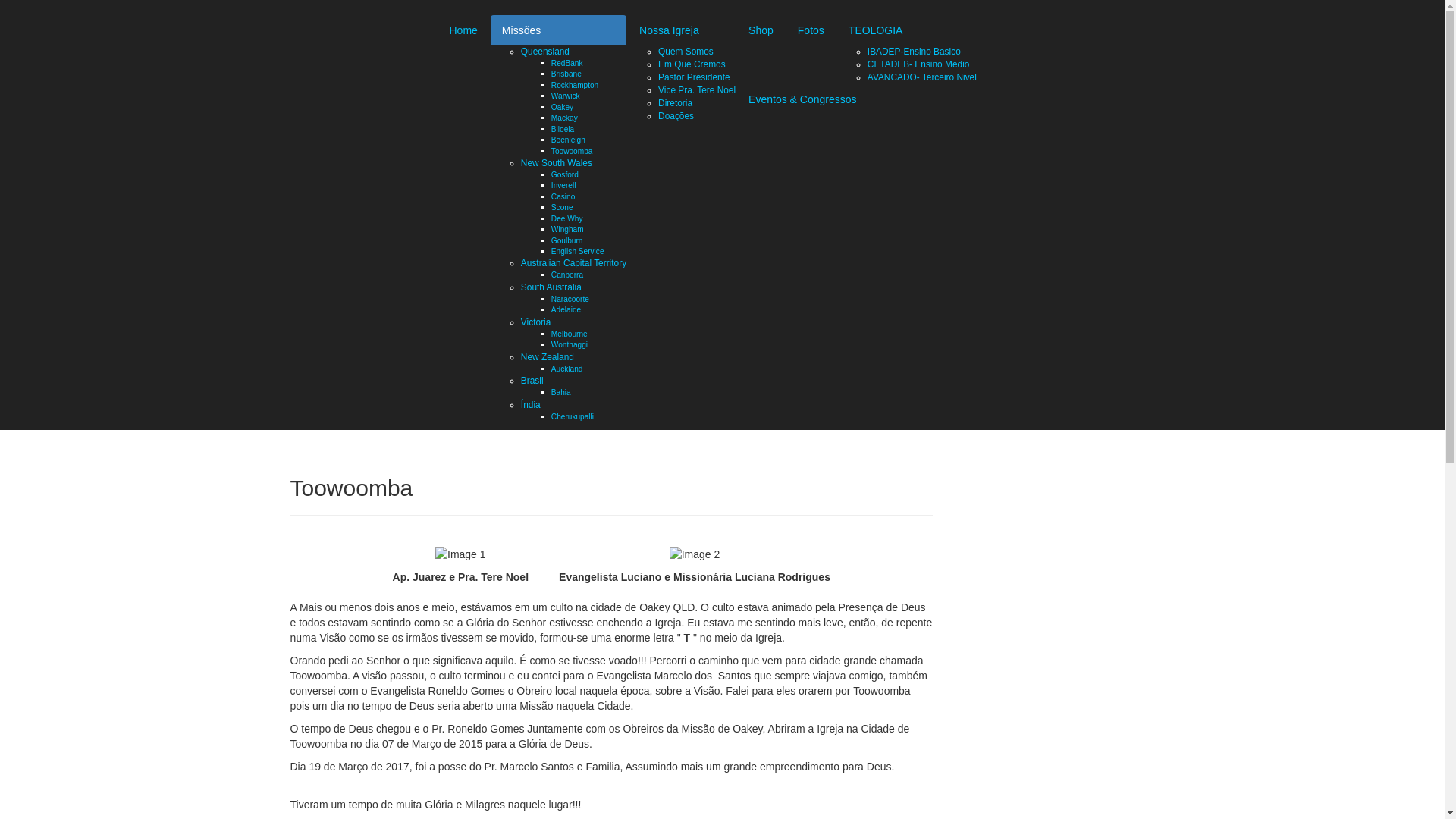 This screenshot has width=1456, height=819. I want to click on 'Naracoorte', so click(570, 299).